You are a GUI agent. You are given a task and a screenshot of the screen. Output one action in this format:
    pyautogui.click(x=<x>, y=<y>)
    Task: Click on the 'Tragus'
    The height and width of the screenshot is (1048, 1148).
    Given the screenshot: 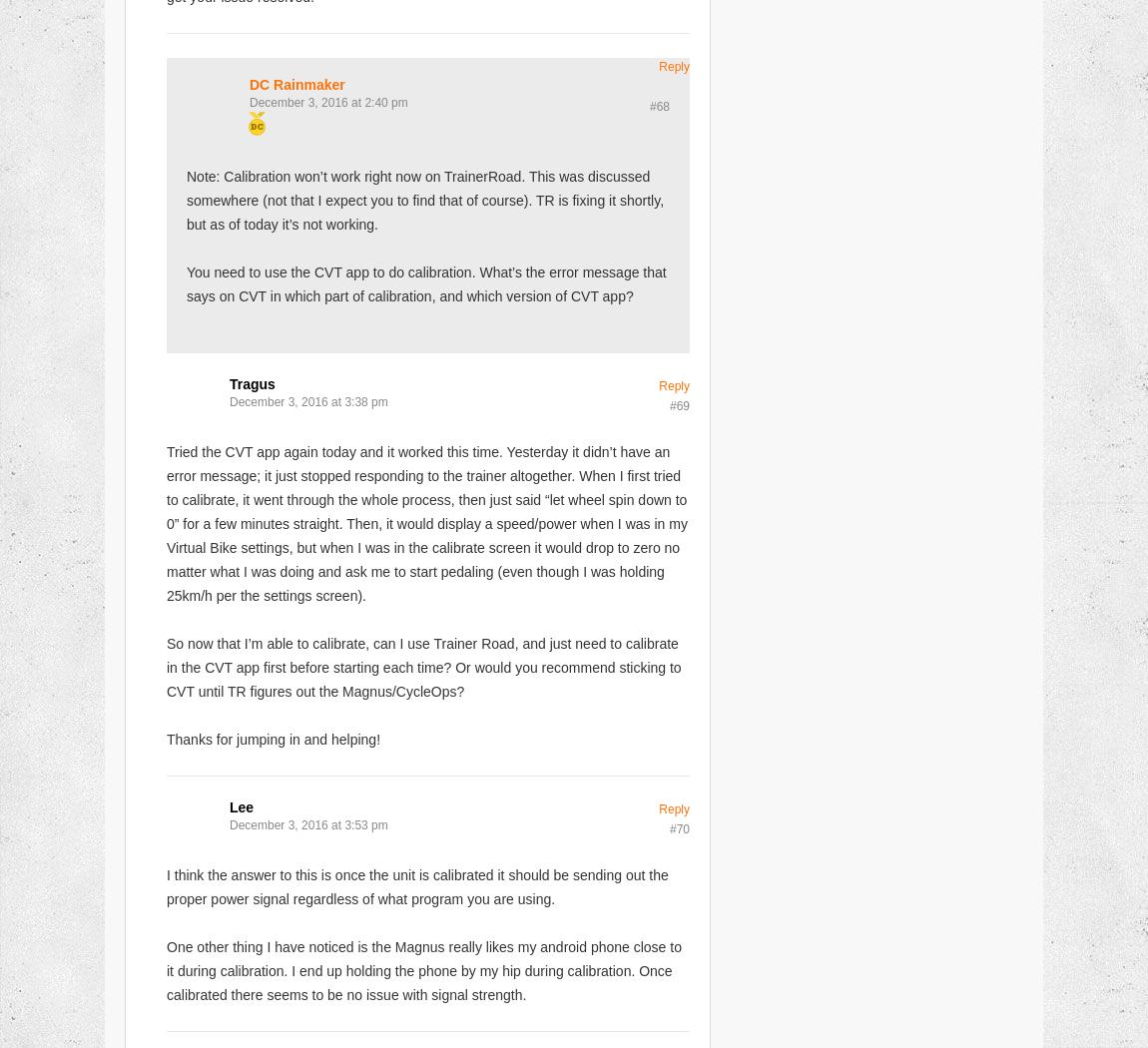 What is the action you would take?
    pyautogui.click(x=229, y=382)
    